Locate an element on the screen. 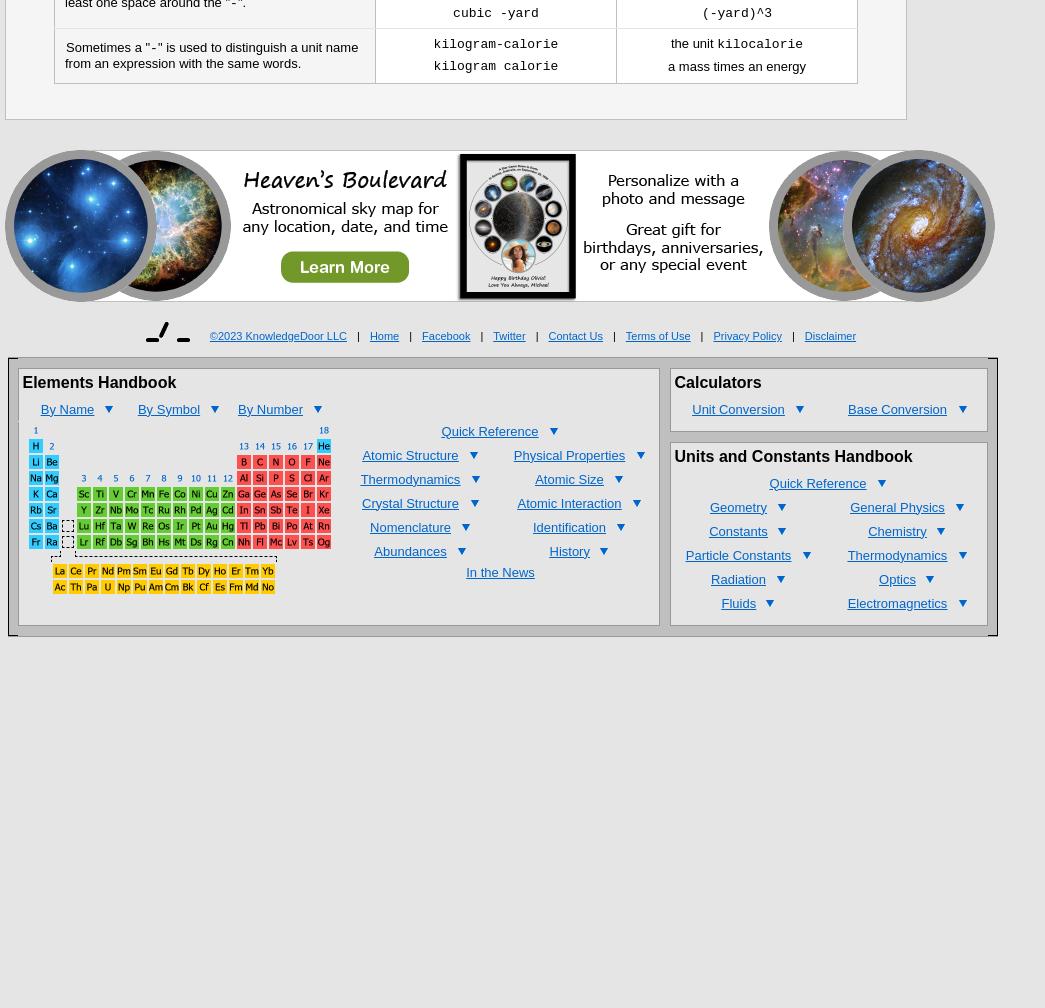  '-' is located at coordinates (152, 47).